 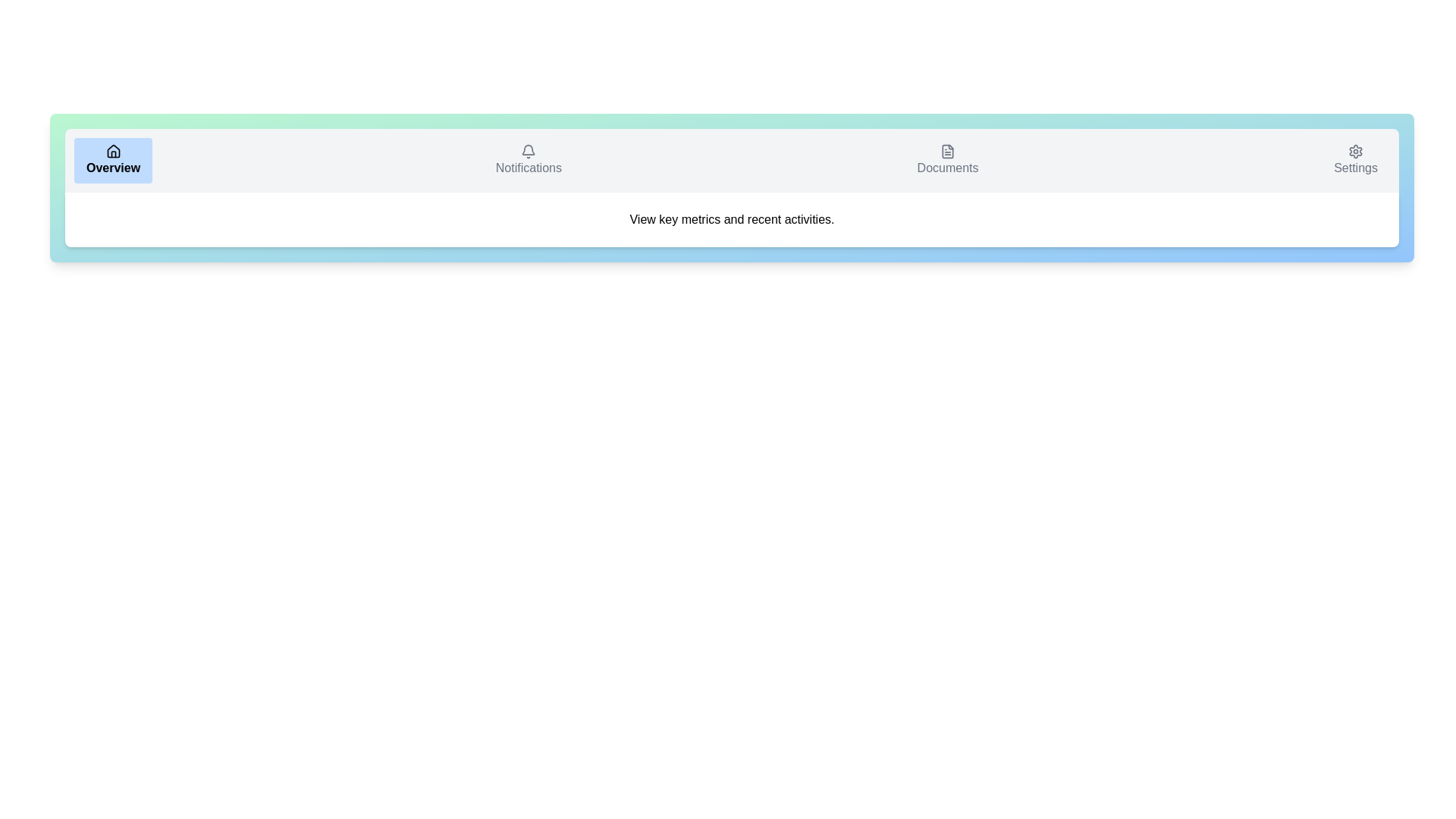 What do you see at coordinates (947, 161) in the screenshot?
I see `the Documents tab to display its content` at bounding box center [947, 161].